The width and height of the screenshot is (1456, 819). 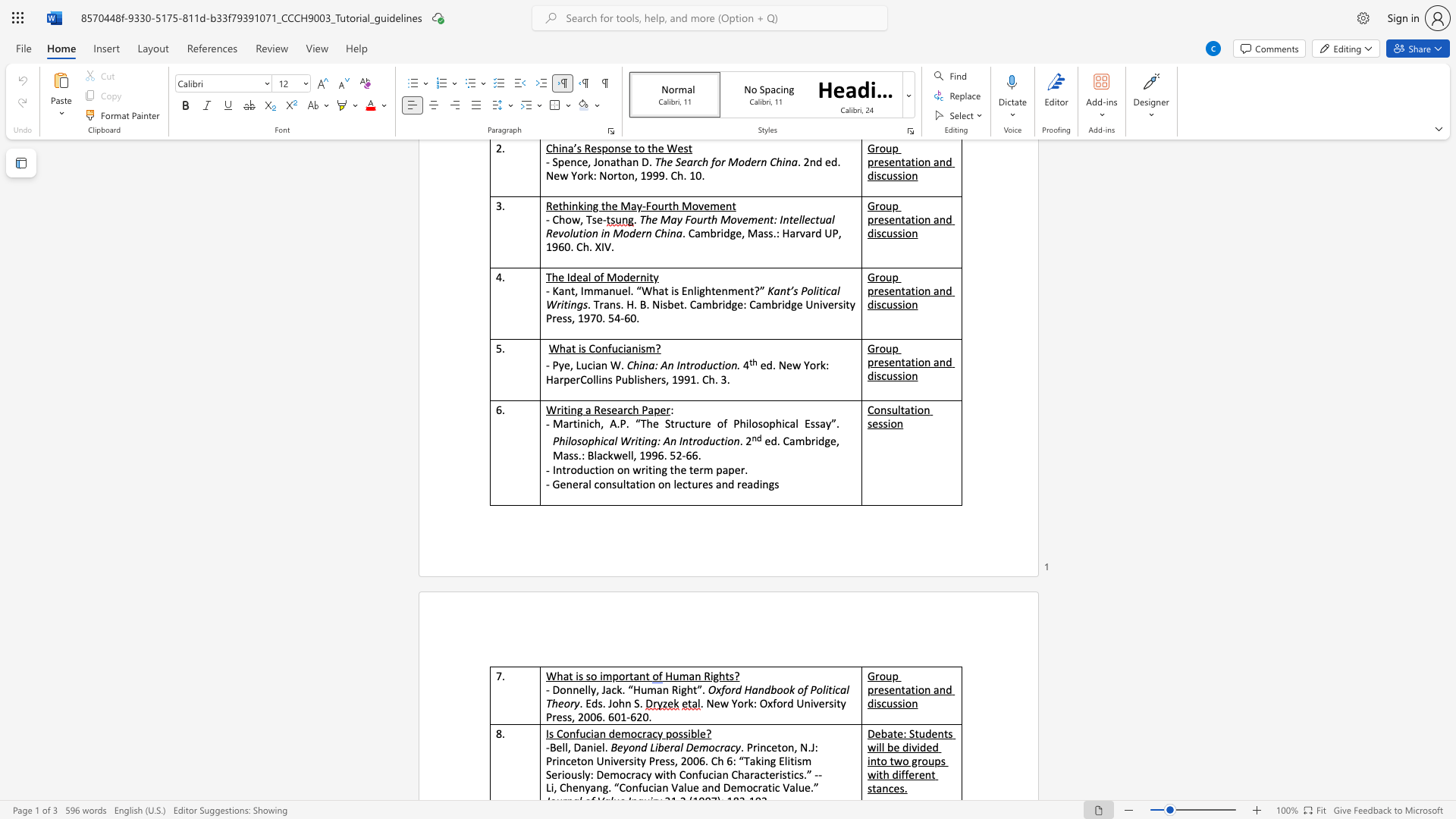 What do you see at coordinates (893, 703) in the screenshot?
I see `the subset text "ssio" within the text "Group presentation and discussion"` at bounding box center [893, 703].